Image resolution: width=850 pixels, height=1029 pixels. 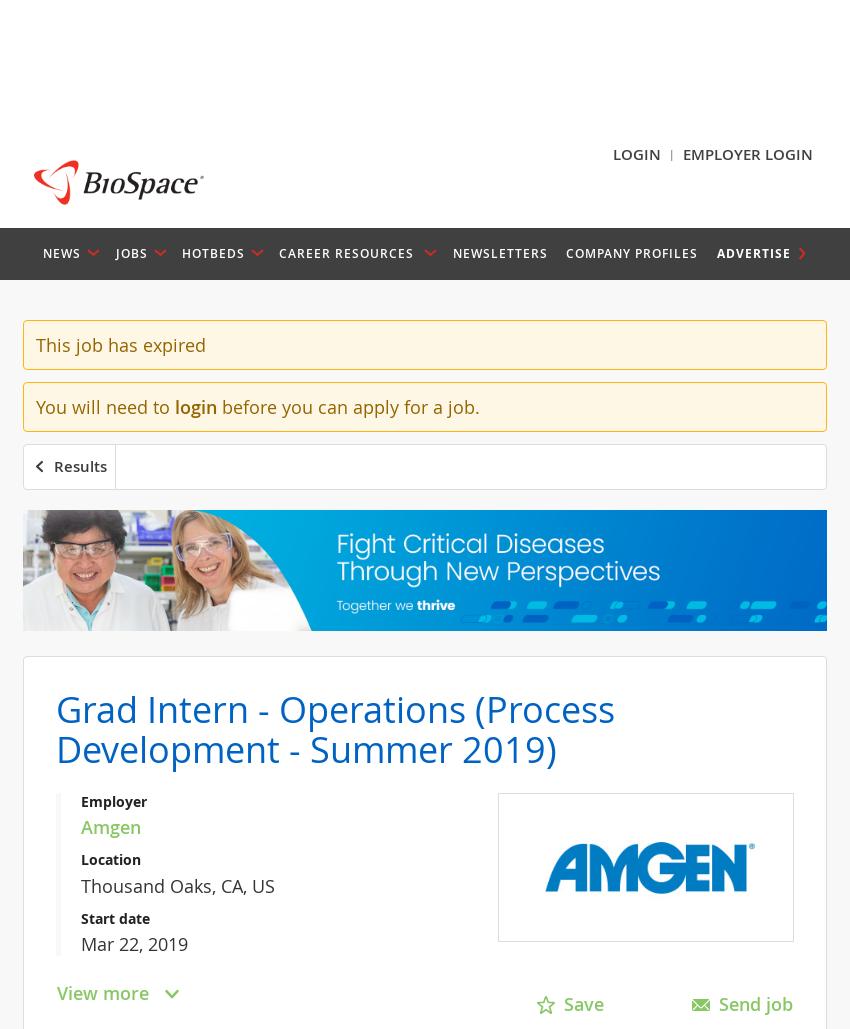 What do you see at coordinates (630, 251) in the screenshot?
I see `'Company Profiles'` at bounding box center [630, 251].